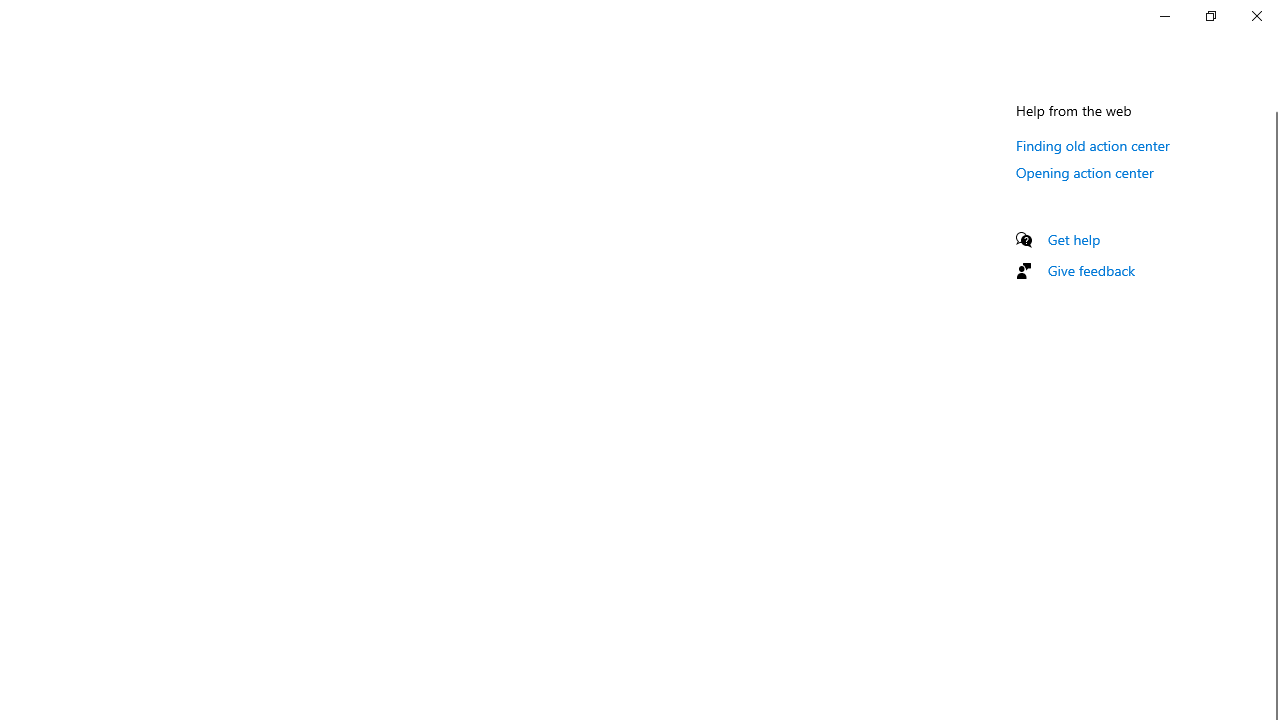 Image resolution: width=1280 pixels, height=720 pixels. Describe the element at coordinates (1084, 171) in the screenshot. I see `'Opening action center'` at that location.